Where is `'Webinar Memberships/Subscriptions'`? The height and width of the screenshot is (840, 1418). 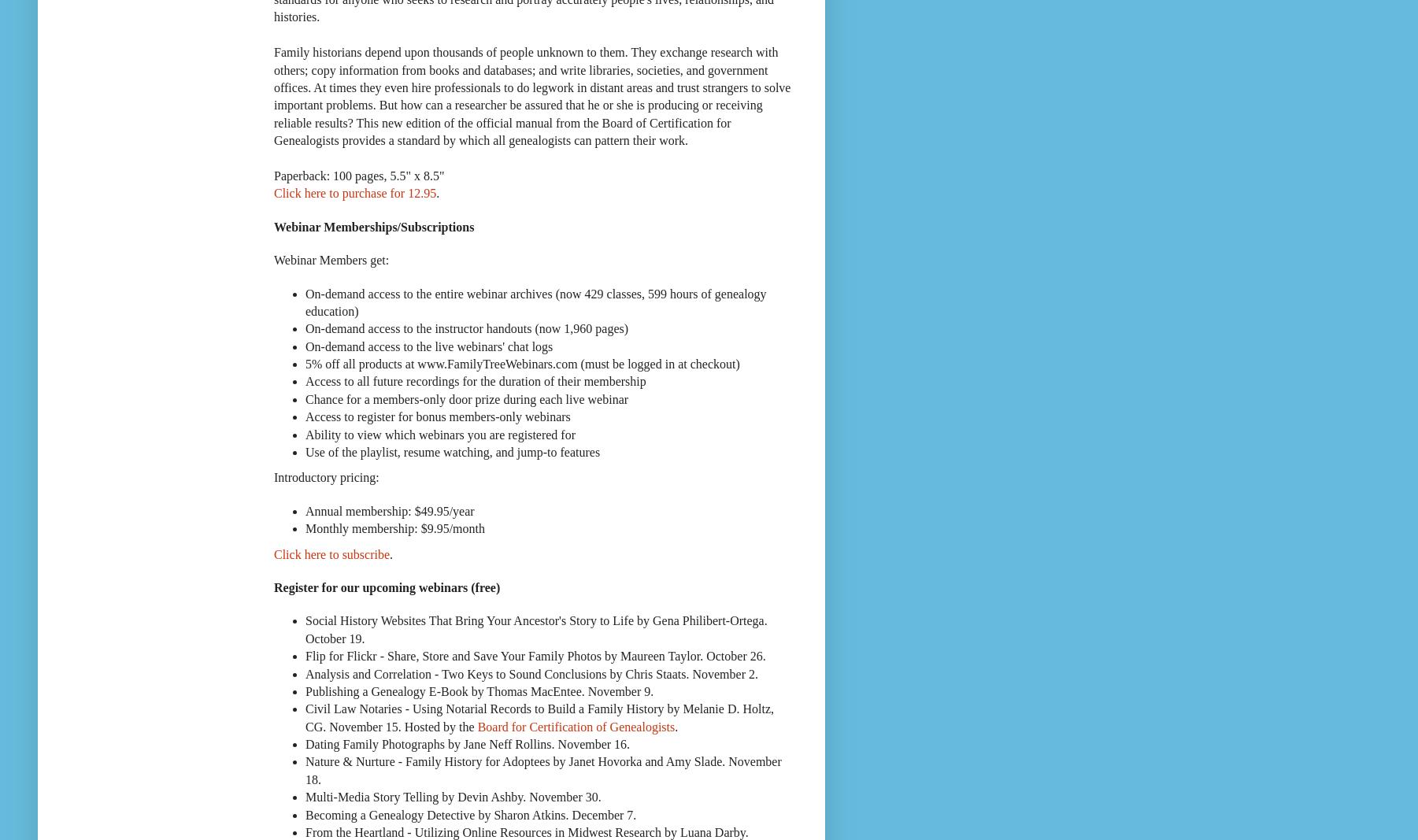
'Webinar Memberships/Subscriptions' is located at coordinates (372, 226).